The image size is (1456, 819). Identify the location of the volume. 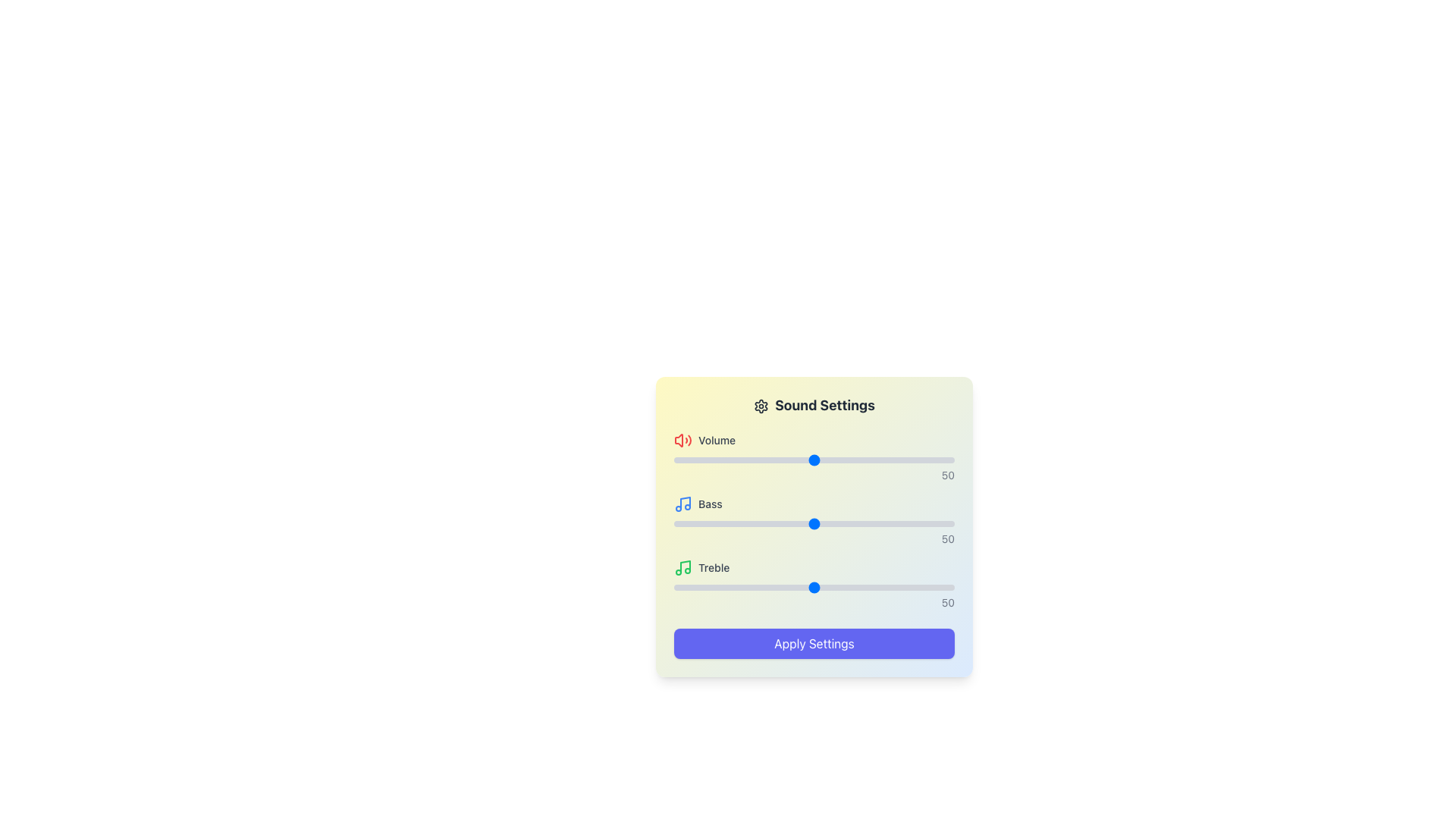
(937, 459).